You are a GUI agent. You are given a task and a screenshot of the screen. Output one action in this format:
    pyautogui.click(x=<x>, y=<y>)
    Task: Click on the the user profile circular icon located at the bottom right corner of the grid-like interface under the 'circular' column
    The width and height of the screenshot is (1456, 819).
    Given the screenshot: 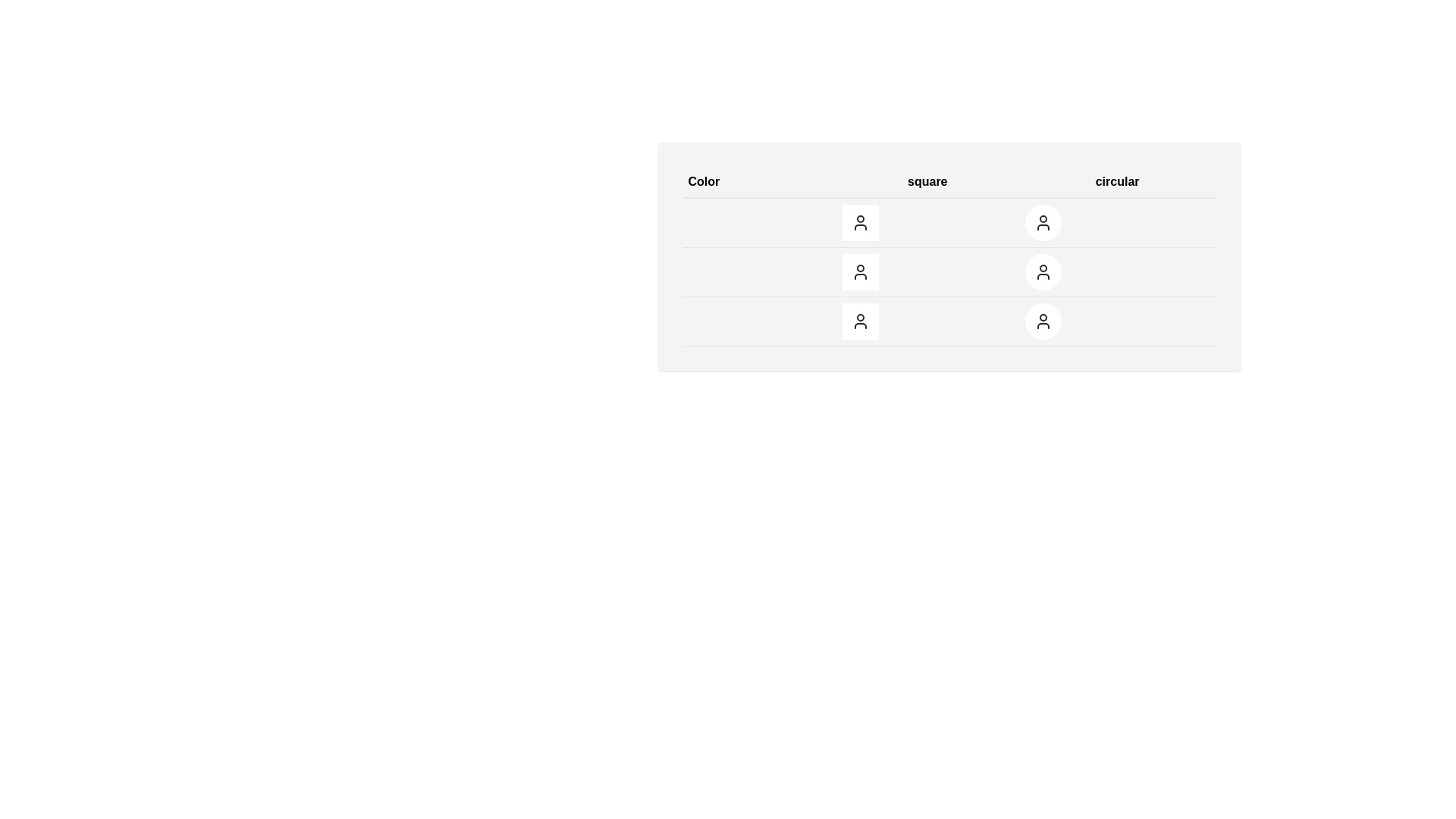 What is the action you would take?
    pyautogui.click(x=1042, y=321)
    